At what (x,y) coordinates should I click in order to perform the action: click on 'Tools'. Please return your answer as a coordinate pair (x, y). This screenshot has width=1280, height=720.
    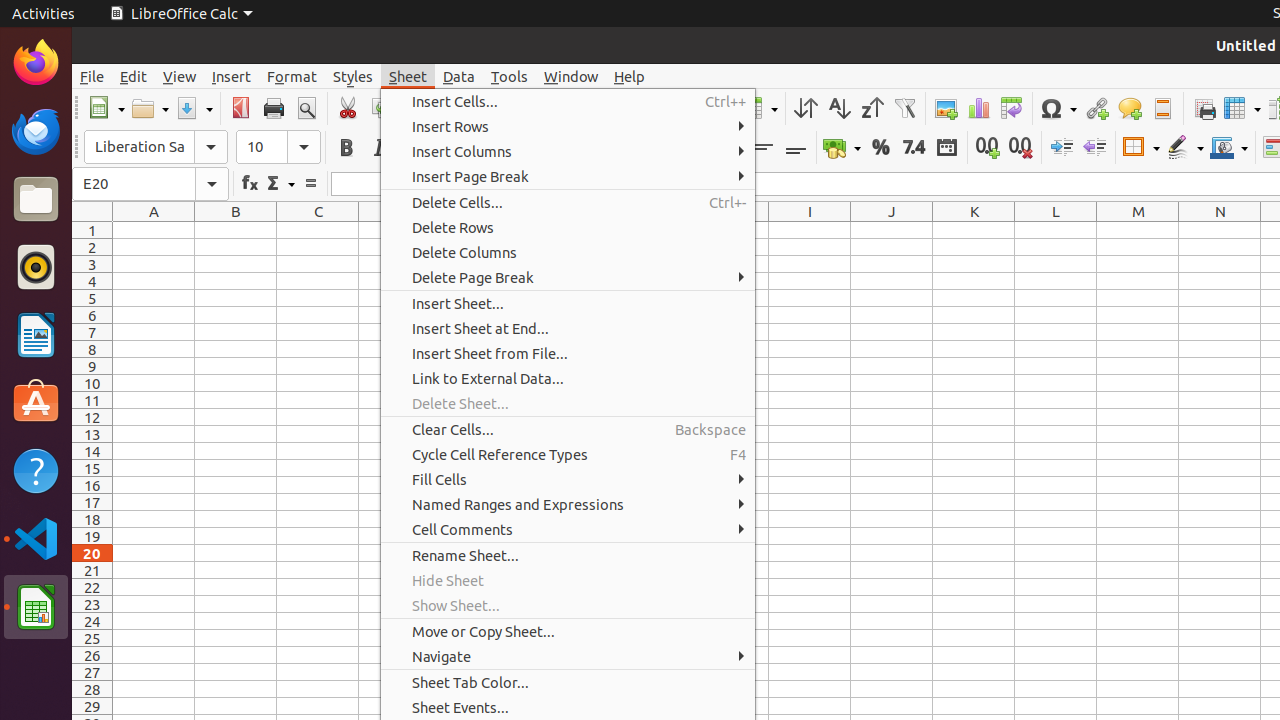
    Looking at the image, I should click on (509, 75).